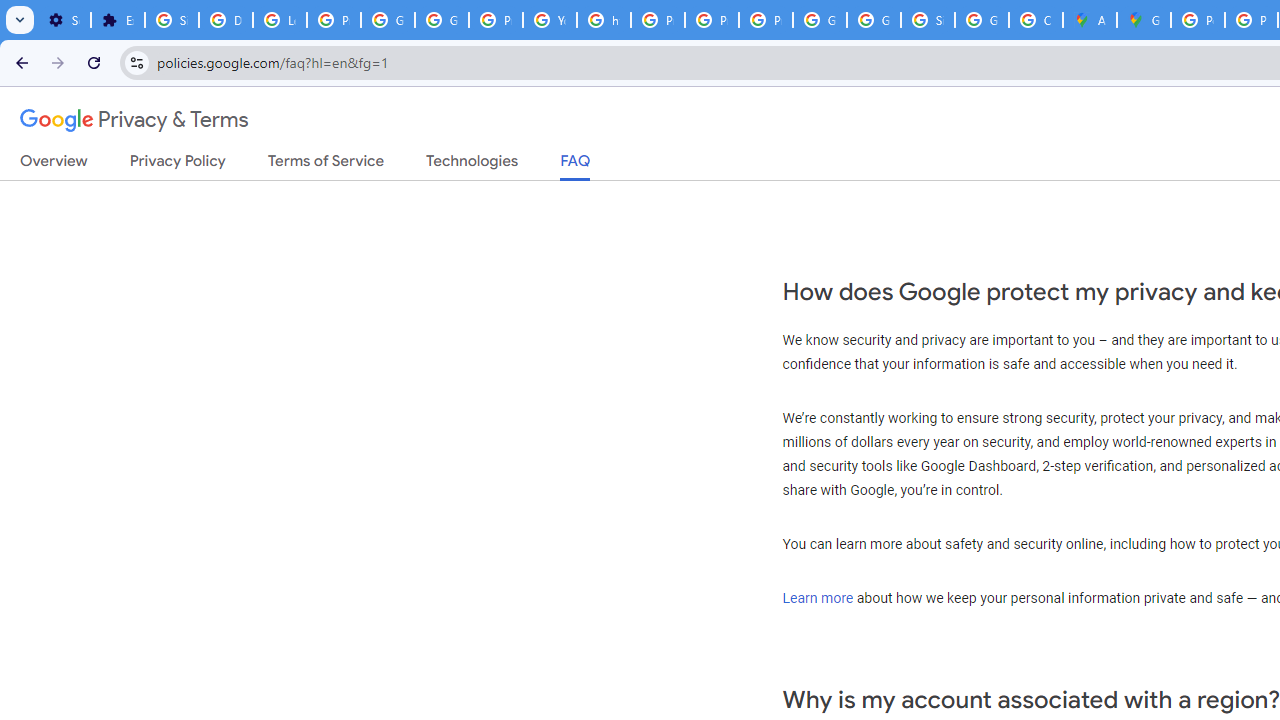 Image resolution: width=1280 pixels, height=720 pixels. Describe the element at coordinates (326, 164) in the screenshot. I see `'Terms of Service'` at that location.